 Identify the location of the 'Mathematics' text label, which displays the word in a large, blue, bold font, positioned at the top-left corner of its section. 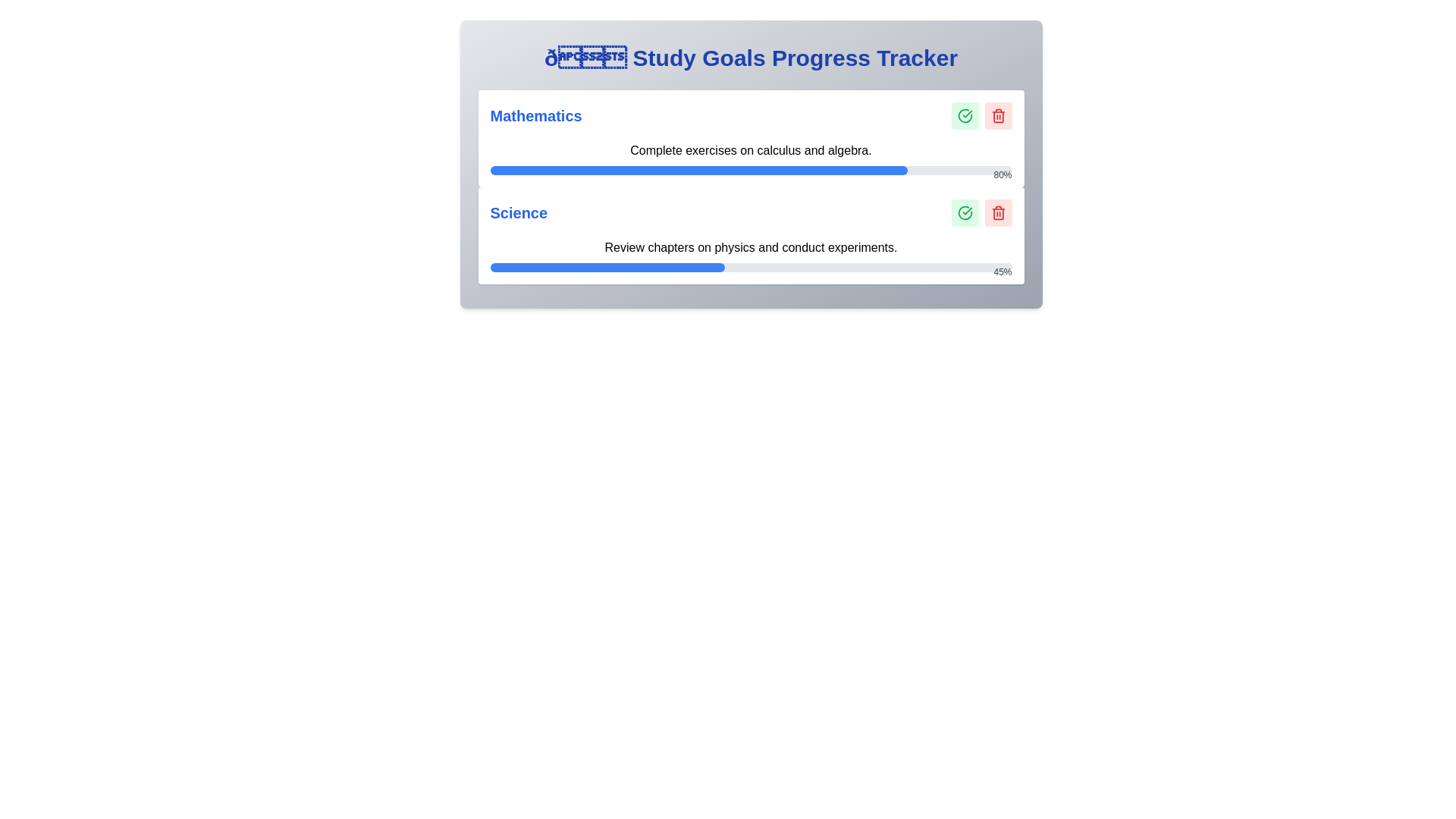
(536, 115).